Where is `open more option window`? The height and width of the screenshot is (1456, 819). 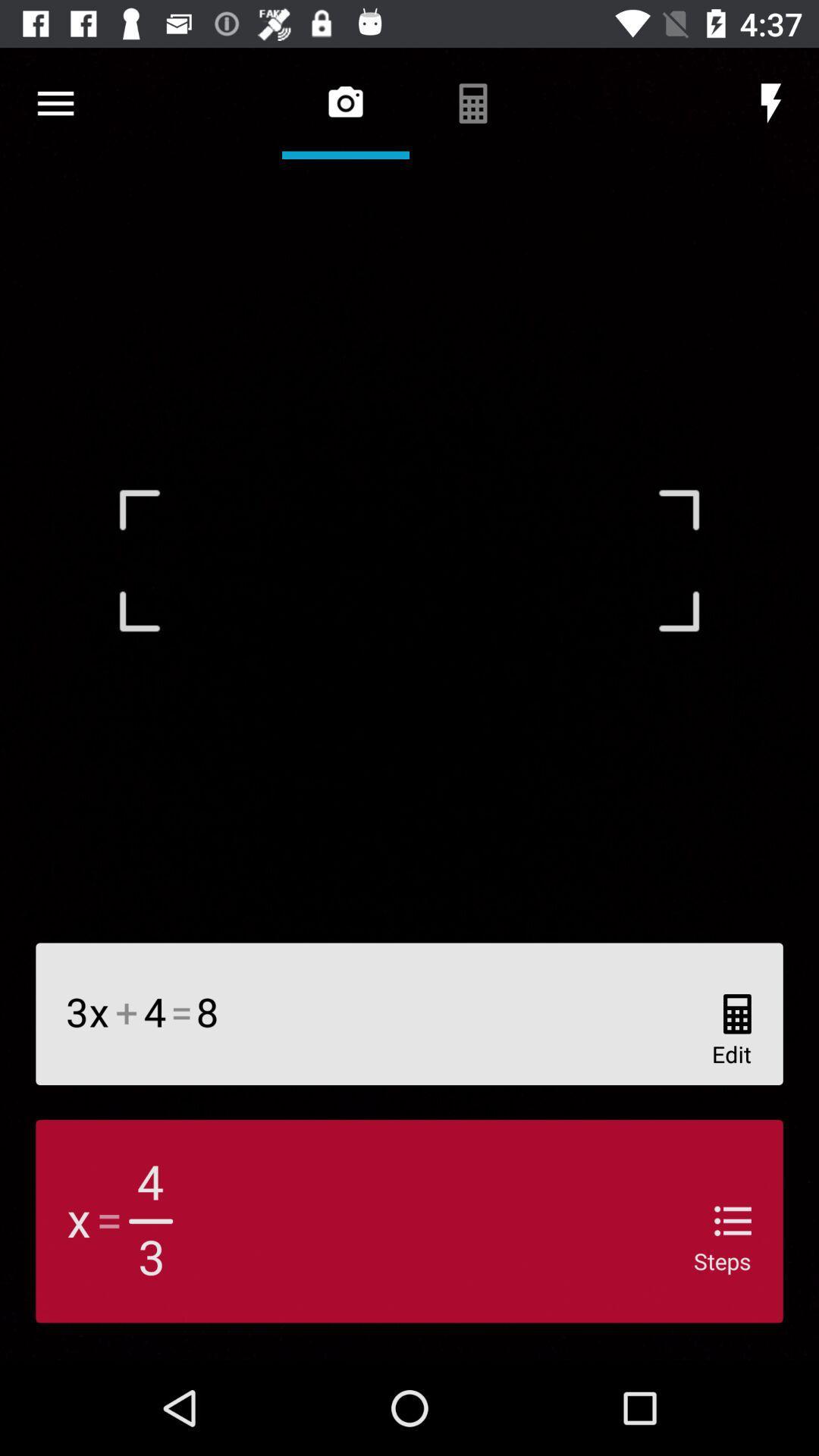
open more option window is located at coordinates (55, 102).